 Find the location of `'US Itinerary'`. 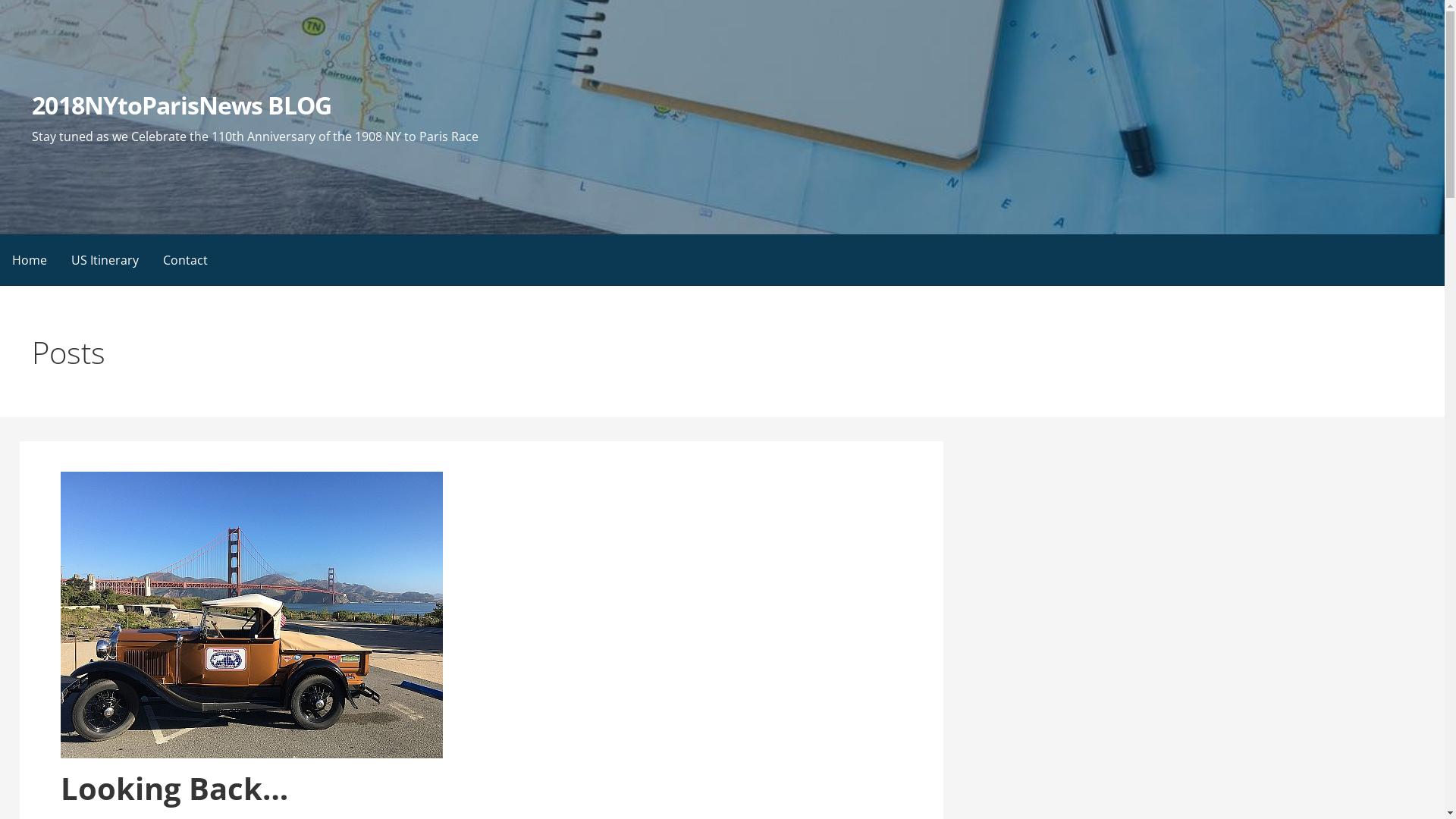

'US Itinerary' is located at coordinates (104, 259).